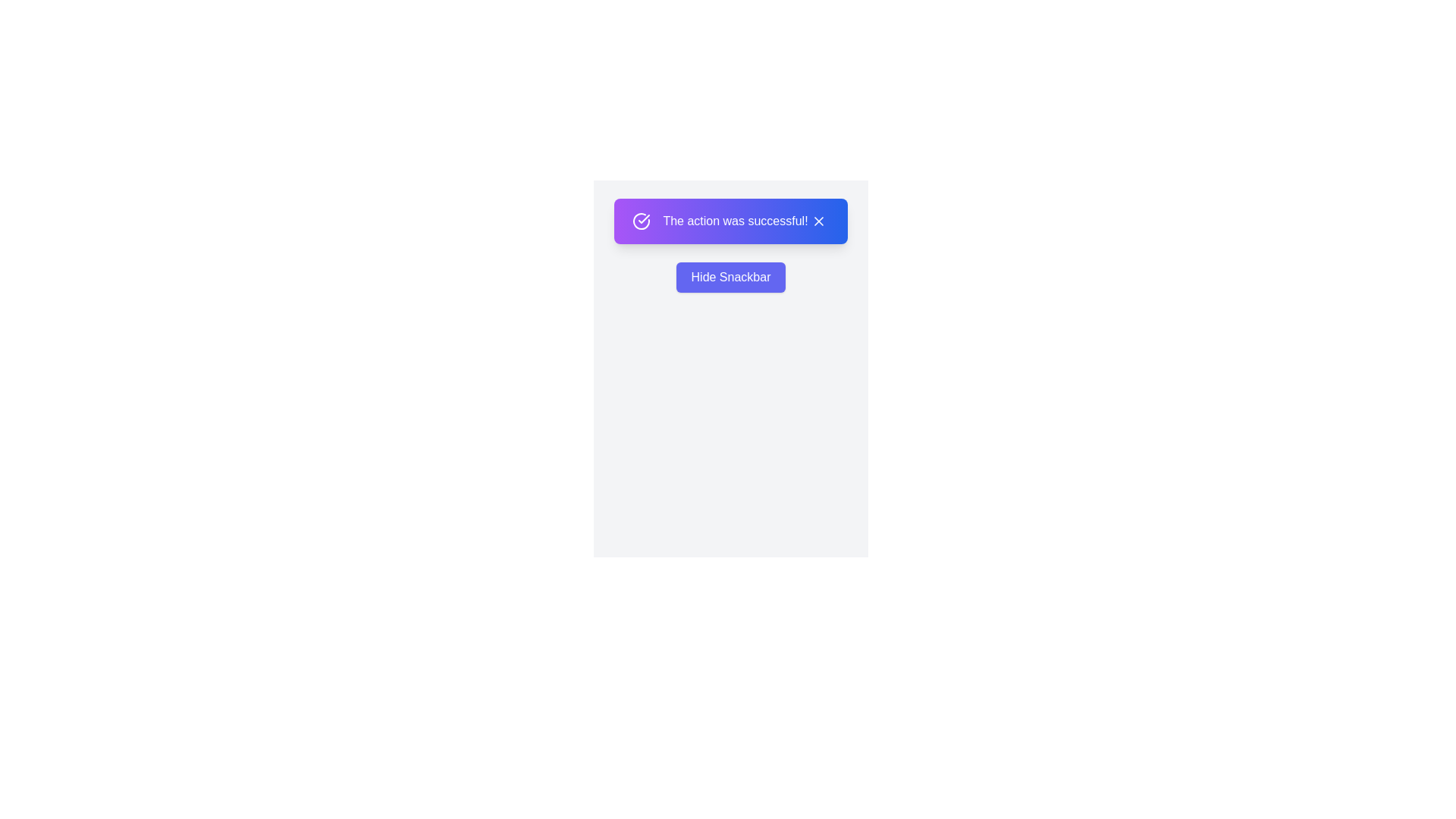  What do you see at coordinates (642, 221) in the screenshot?
I see `the snackbar's icon to perform the intended interaction` at bounding box center [642, 221].